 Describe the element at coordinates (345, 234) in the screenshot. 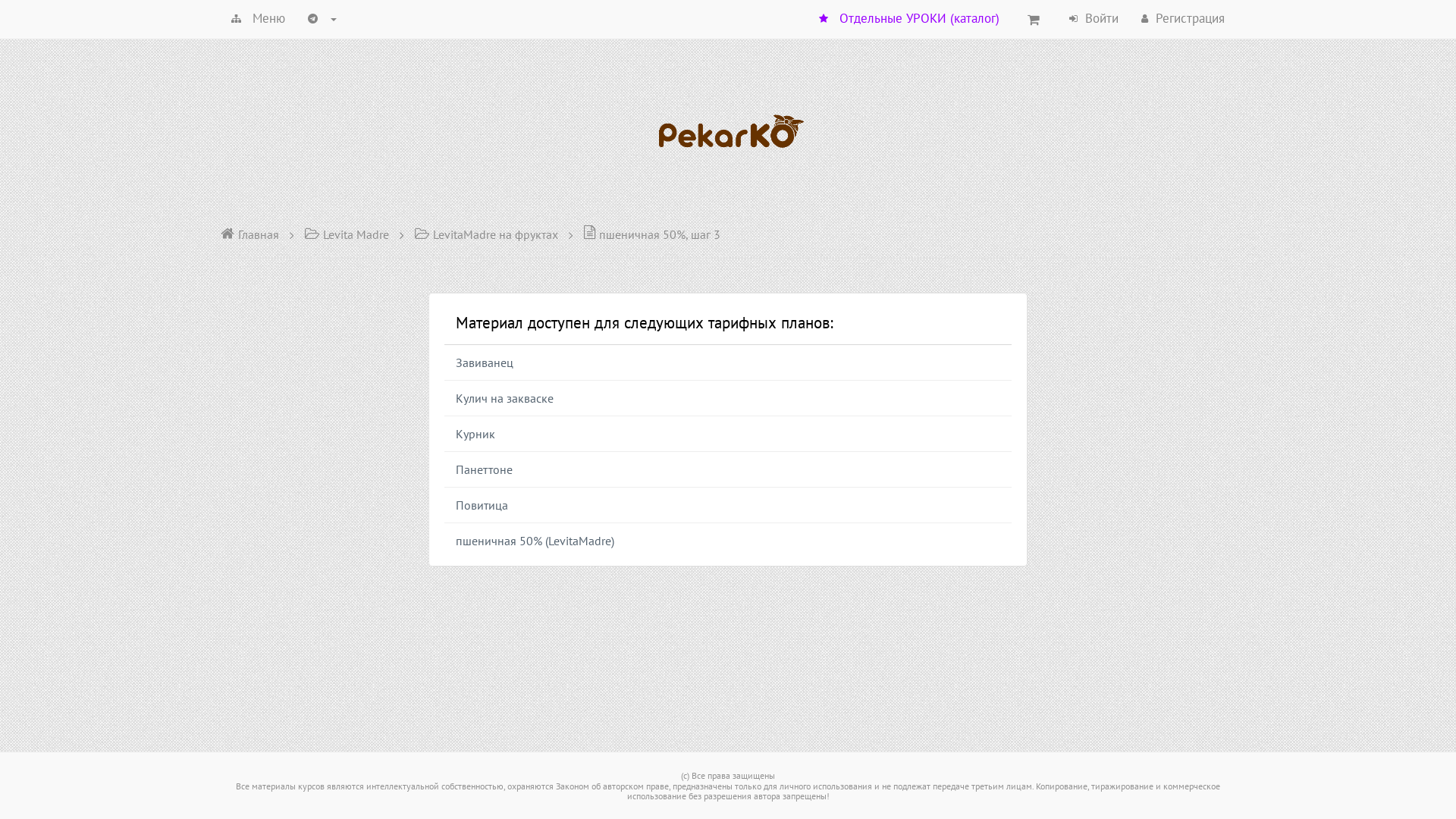

I see `'Levita Madre'` at that location.